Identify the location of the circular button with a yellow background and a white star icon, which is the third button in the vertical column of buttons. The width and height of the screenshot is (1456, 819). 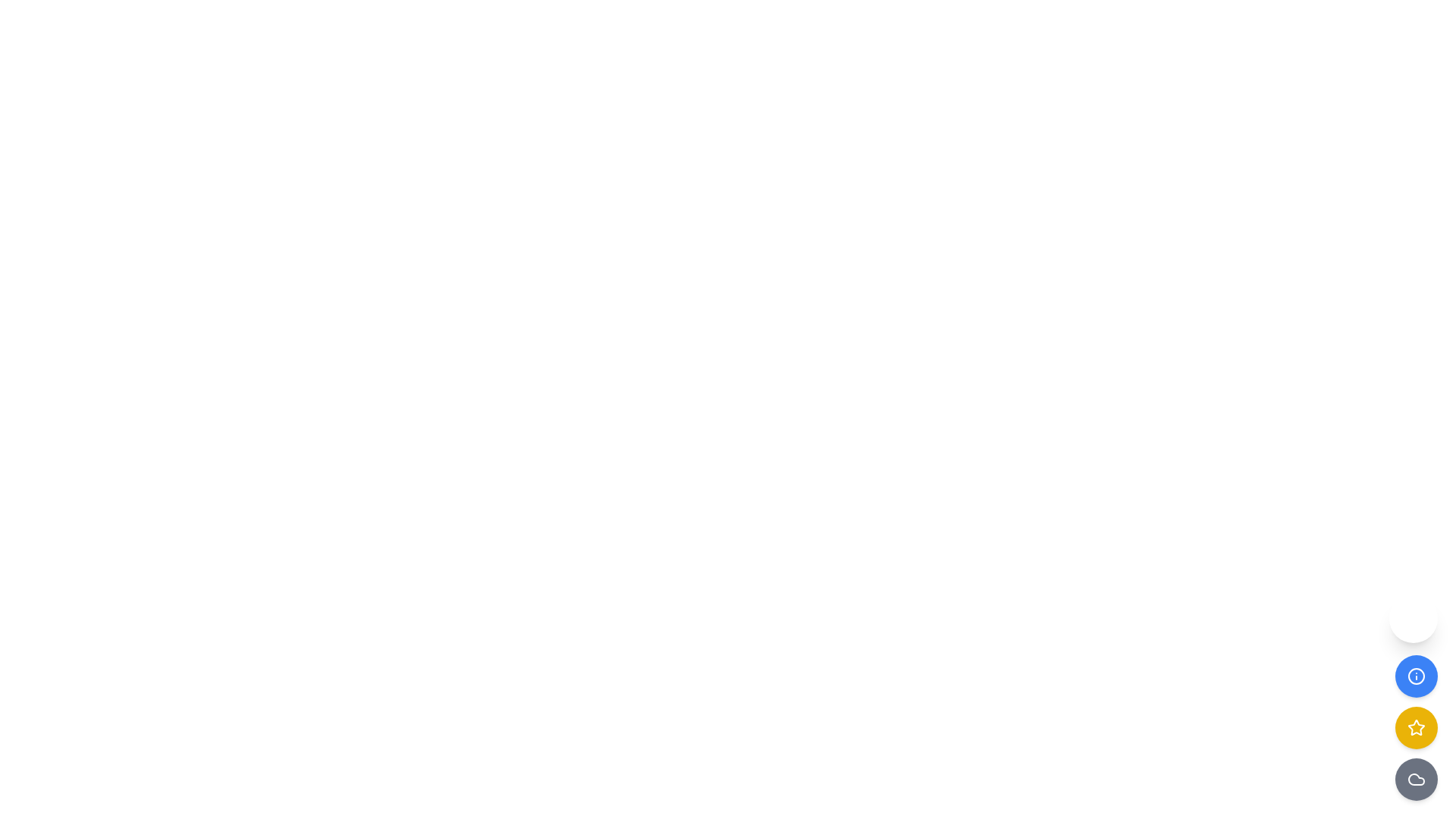
(1415, 727).